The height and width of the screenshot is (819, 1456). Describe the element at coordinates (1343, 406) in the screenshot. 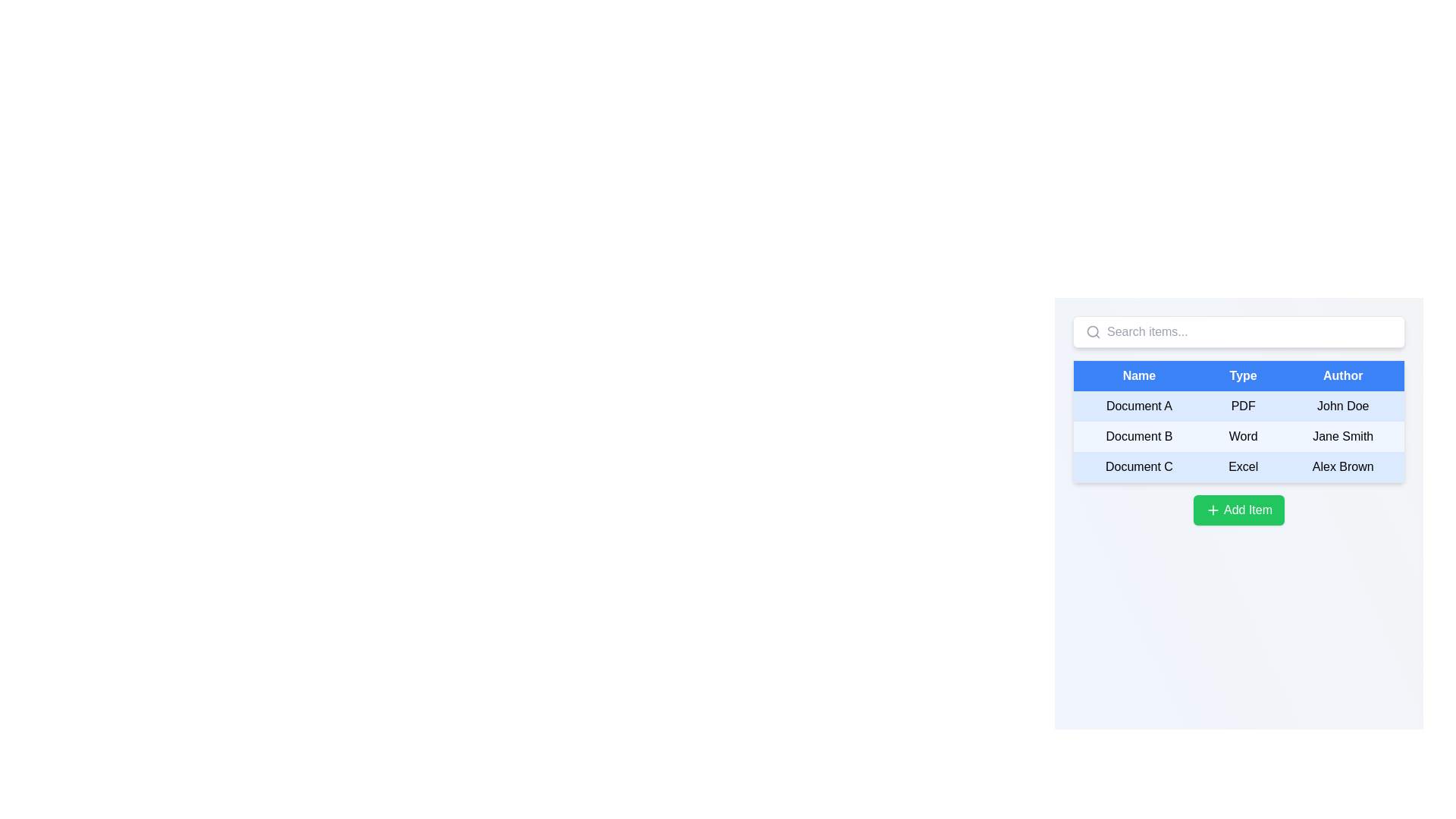

I see `the text display element that shows the author name 'John Doe' for 'Document A' in the 'Author' column of the table` at that location.